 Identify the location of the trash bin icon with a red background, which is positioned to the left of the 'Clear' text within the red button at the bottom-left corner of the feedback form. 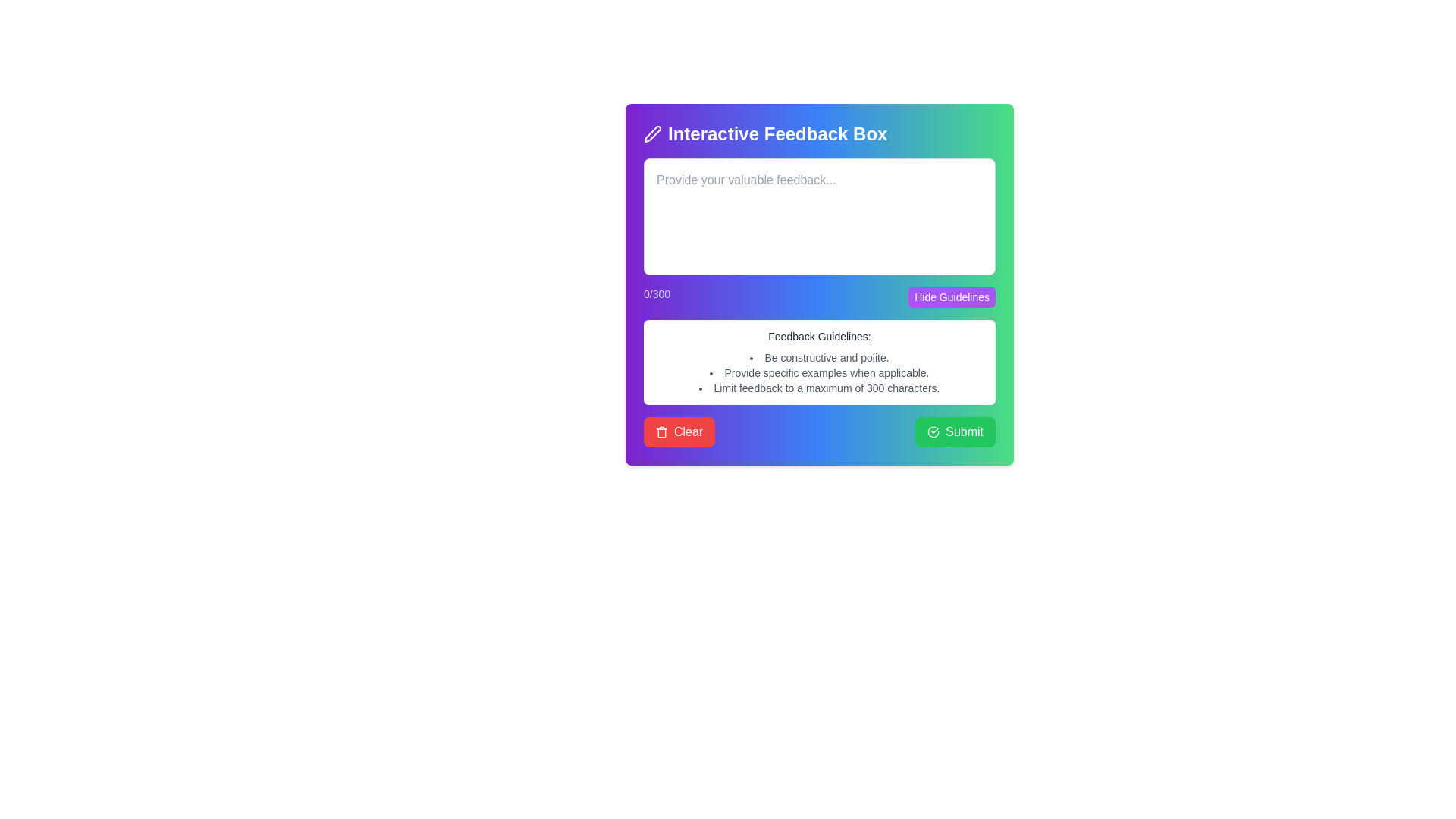
(662, 432).